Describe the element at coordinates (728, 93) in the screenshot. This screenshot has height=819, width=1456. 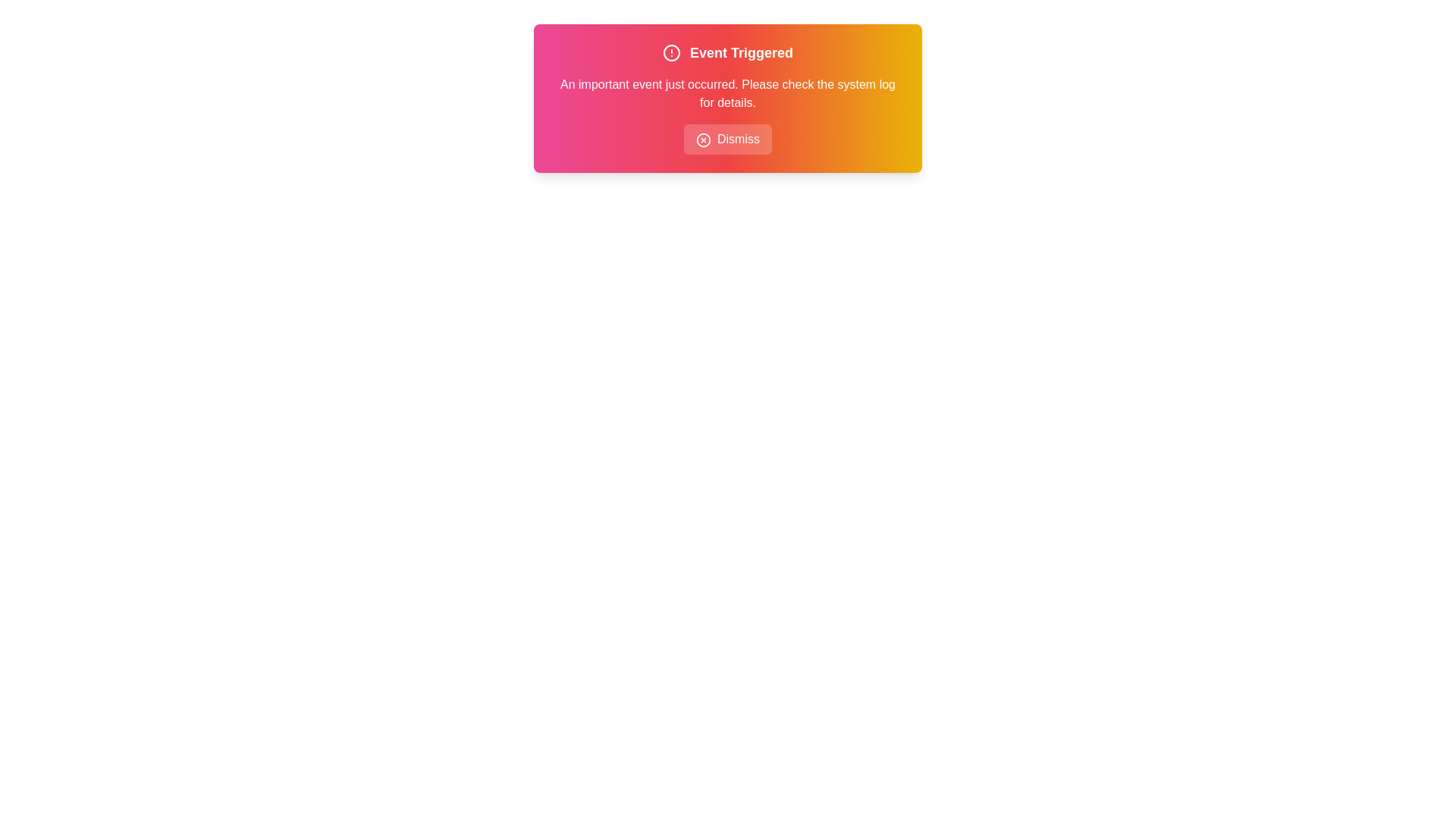
I see `the text label that displays a bold white font message with centered alignment, located centrally below the 'Event Triggered' title and above the dismiss button, within a colorful pink to yellow gradient backdrop` at that location.